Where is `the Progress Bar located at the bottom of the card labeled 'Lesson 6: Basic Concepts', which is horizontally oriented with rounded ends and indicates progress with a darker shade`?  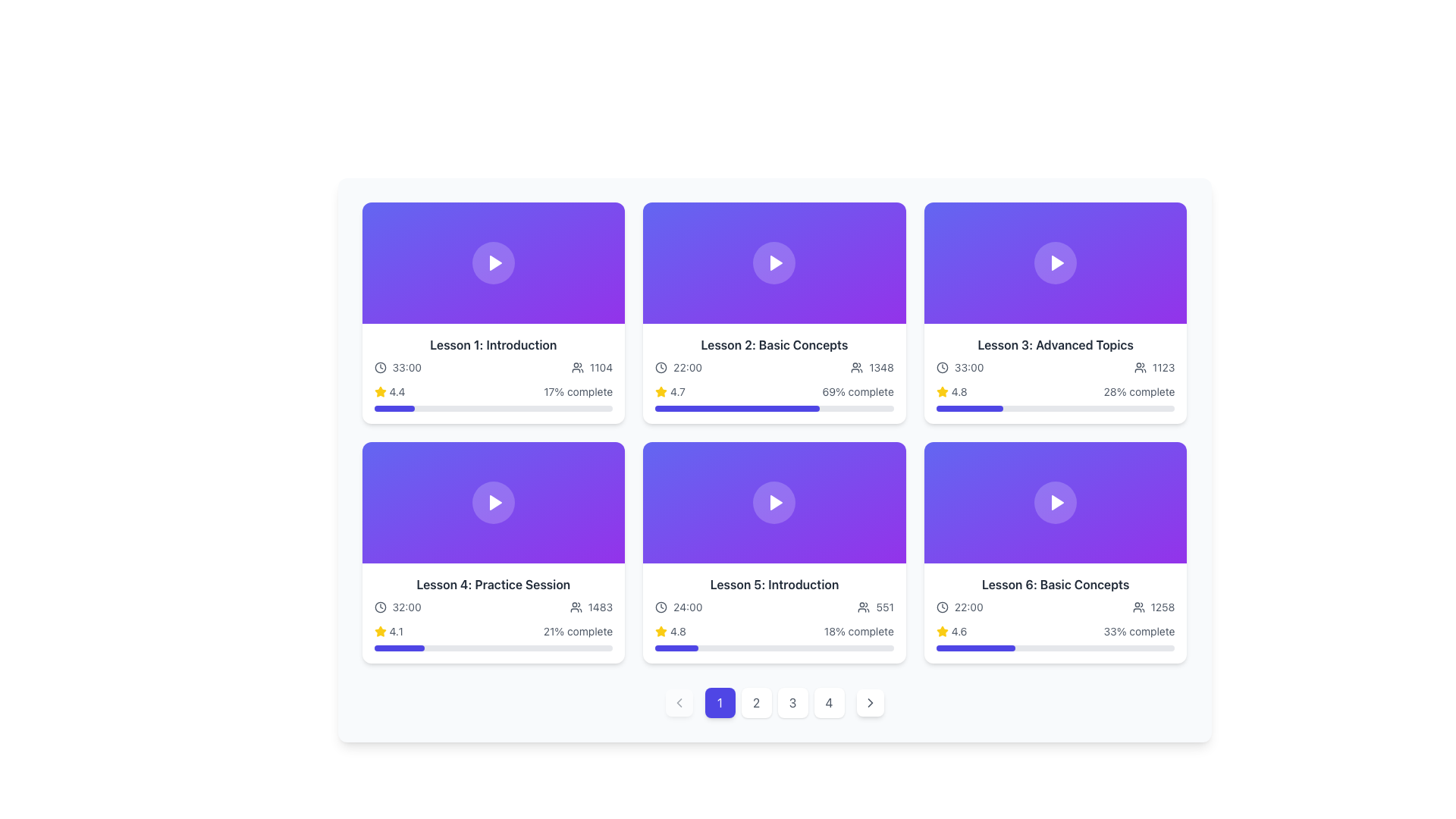 the Progress Bar located at the bottom of the card labeled 'Lesson 6: Basic Concepts', which is horizontally oriented with rounded ends and indicates progress with a darker shade is located at coordinates (975, 648).